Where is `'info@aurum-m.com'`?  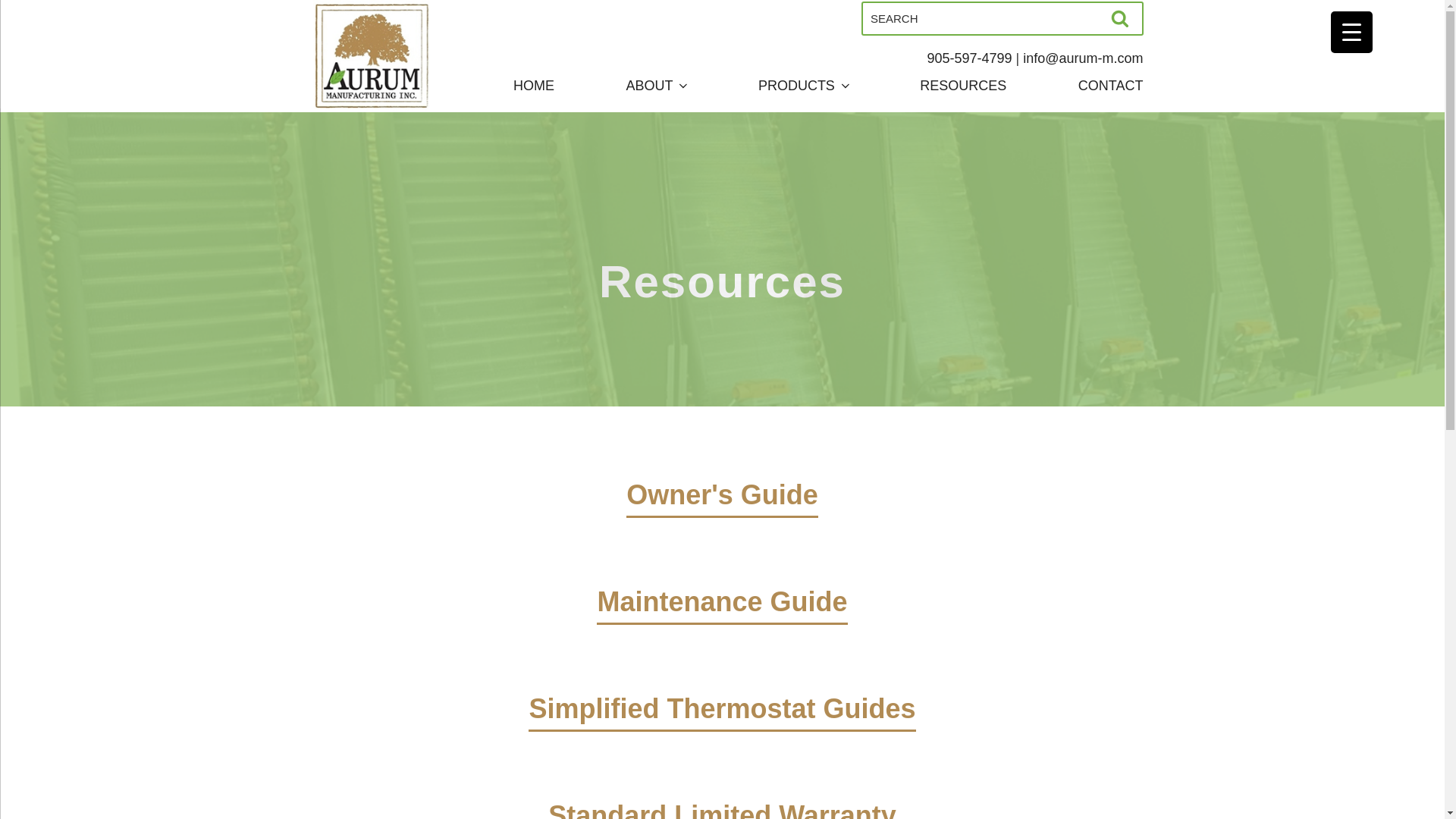 'info@aurum-m.com' is located at coordinates (1082, 58).